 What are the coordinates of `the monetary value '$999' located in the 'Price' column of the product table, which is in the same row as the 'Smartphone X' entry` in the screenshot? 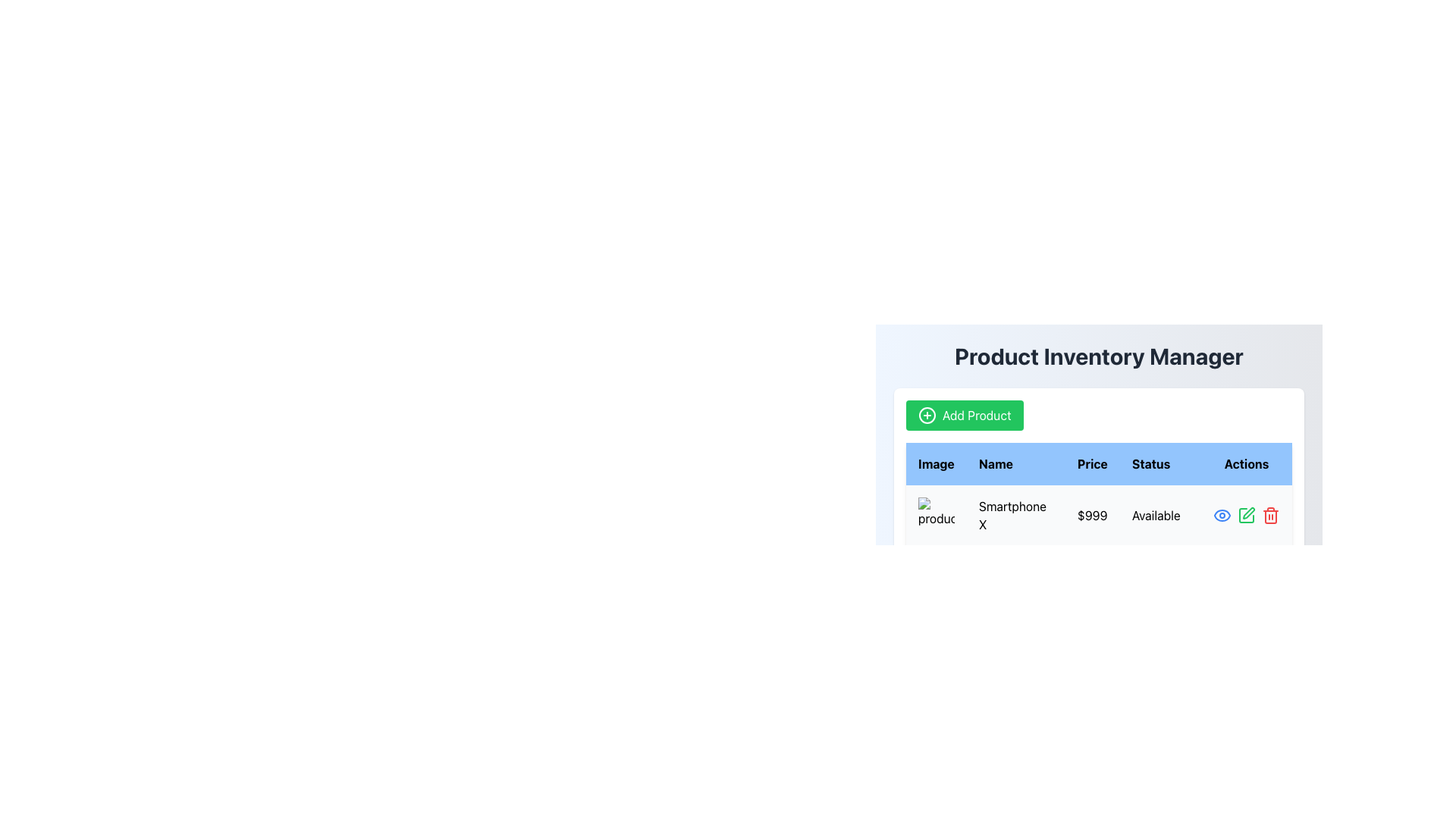 It's located at (1092, 514).